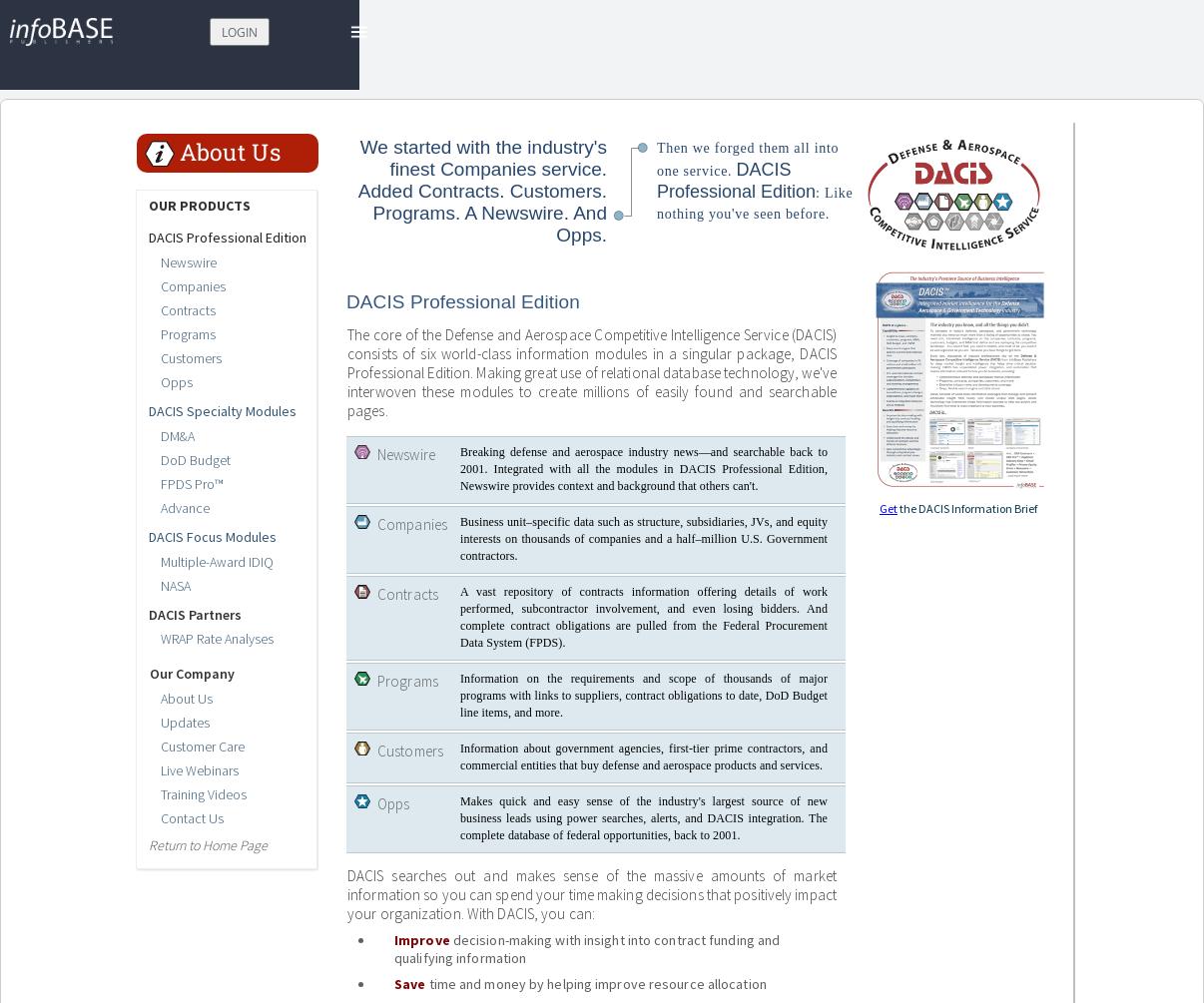 The height and width of the screenshot is (1003, 1204). What do you see at coordinates (147, 613) in the screenshot?
I see `'DACIS Partners'` at bounding box center [147, 613].